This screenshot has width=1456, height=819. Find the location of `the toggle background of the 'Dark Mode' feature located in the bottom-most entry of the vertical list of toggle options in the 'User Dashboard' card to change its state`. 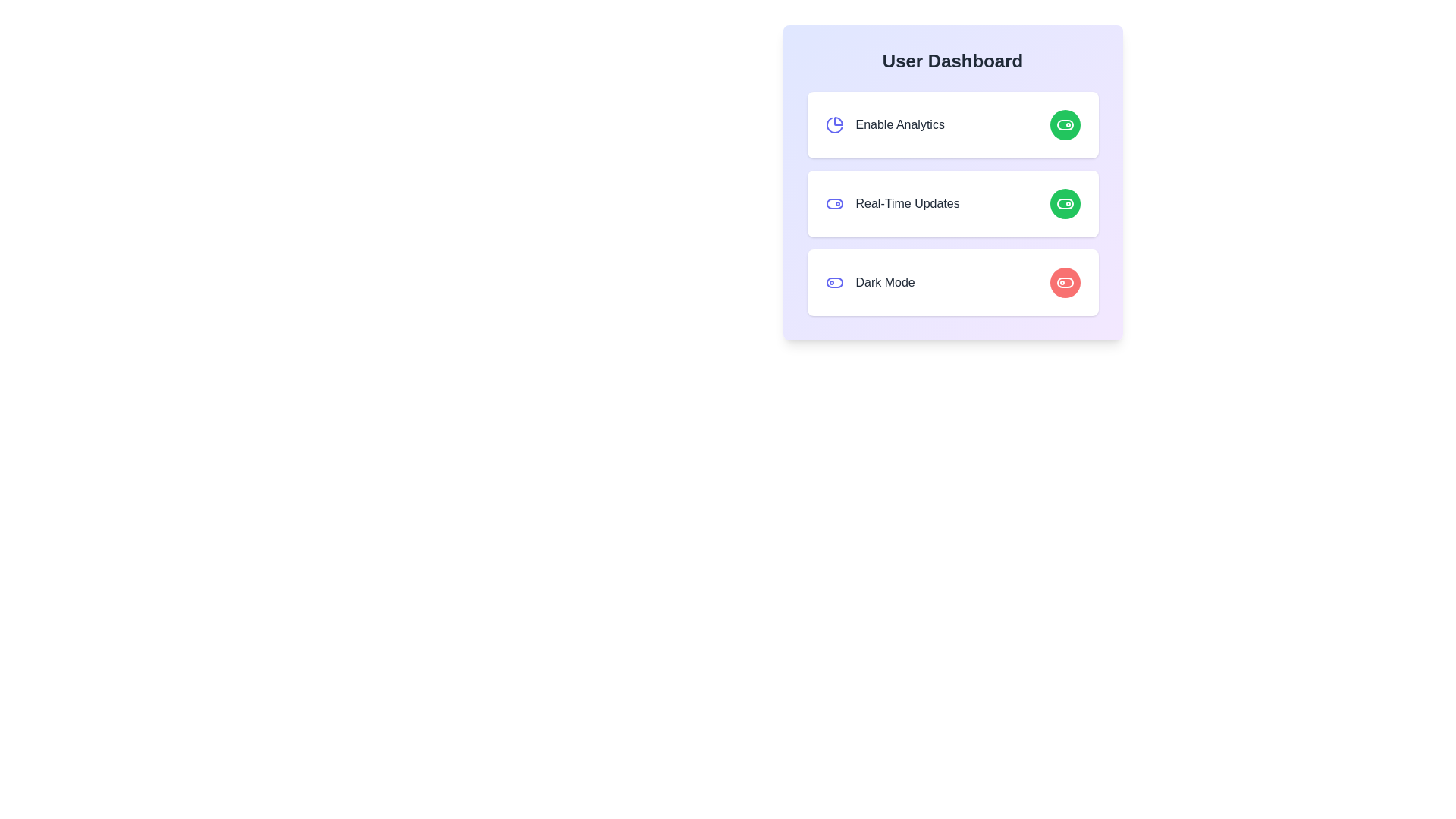

the toggle background of the 'Dark Mode' feature located in the bottom-most entry of the vertical list of toggle options in the 'User Dashboard' card to change its state is located at coordinates (1064, 283).